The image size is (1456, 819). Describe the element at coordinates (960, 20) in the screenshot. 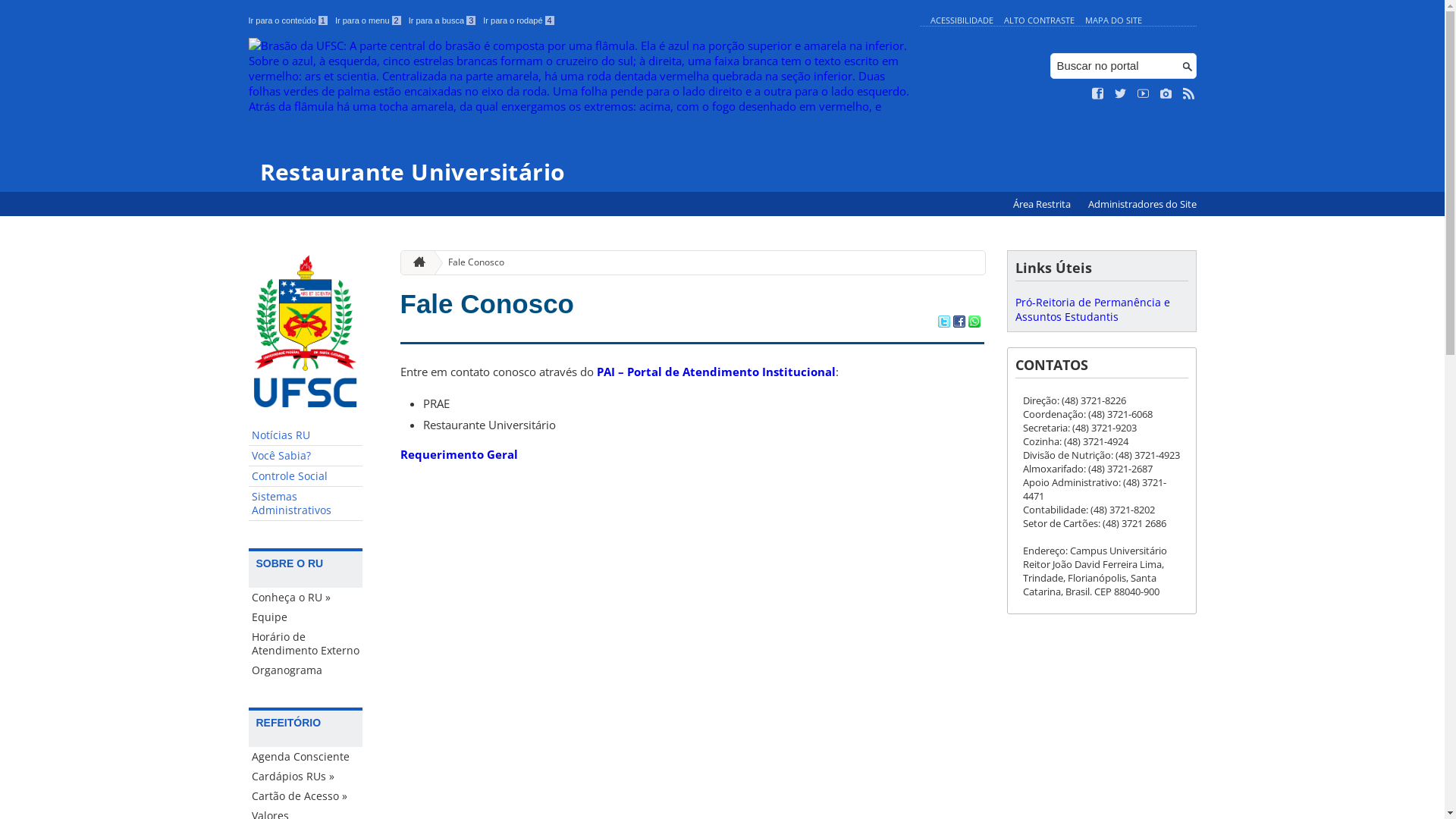

I see `'ACESSIBILIDADE'` at that location.